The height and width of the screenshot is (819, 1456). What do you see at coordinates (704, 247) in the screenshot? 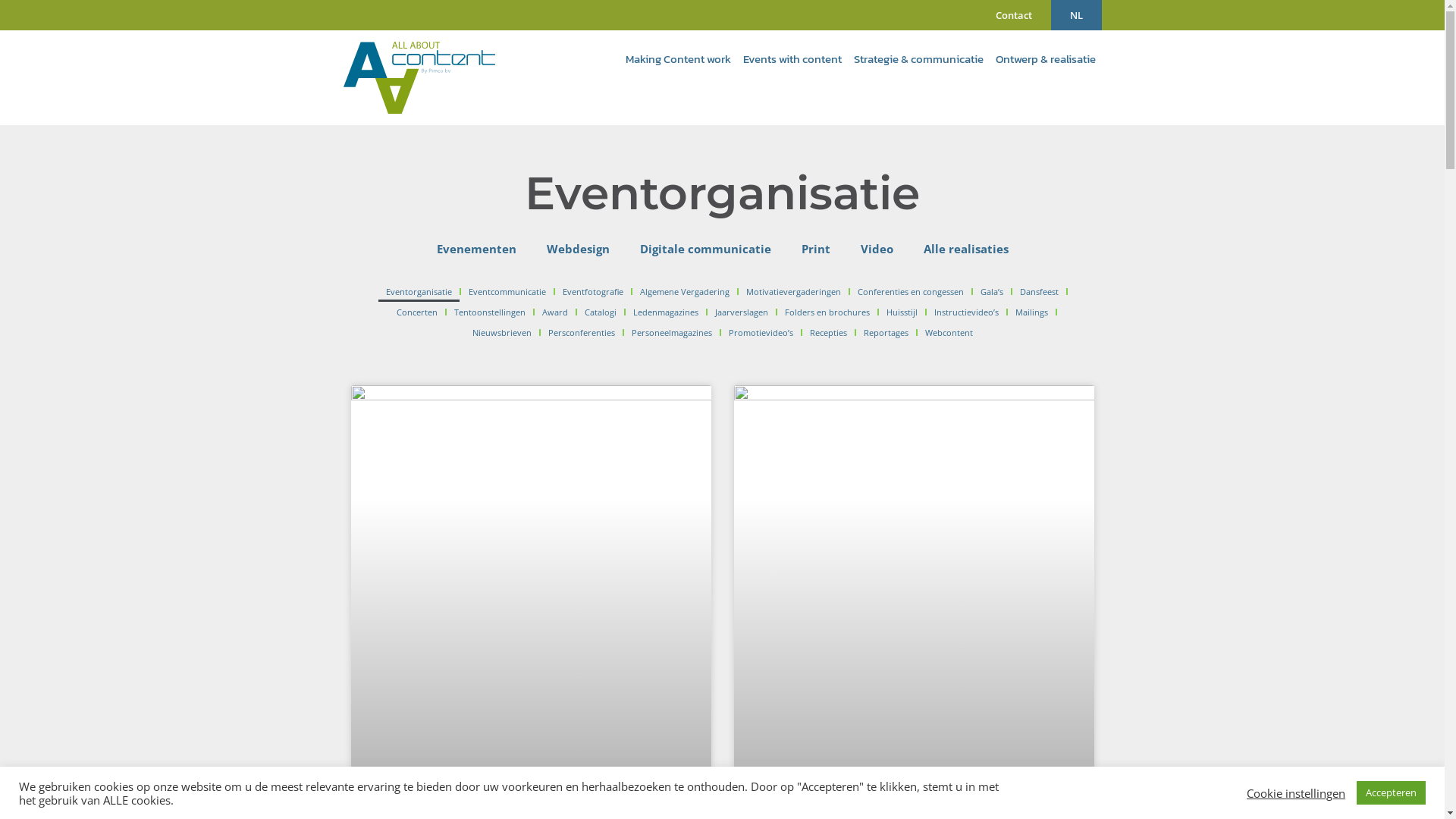
I see `'Digitale communicatie'` at bounding box center [704, 247].